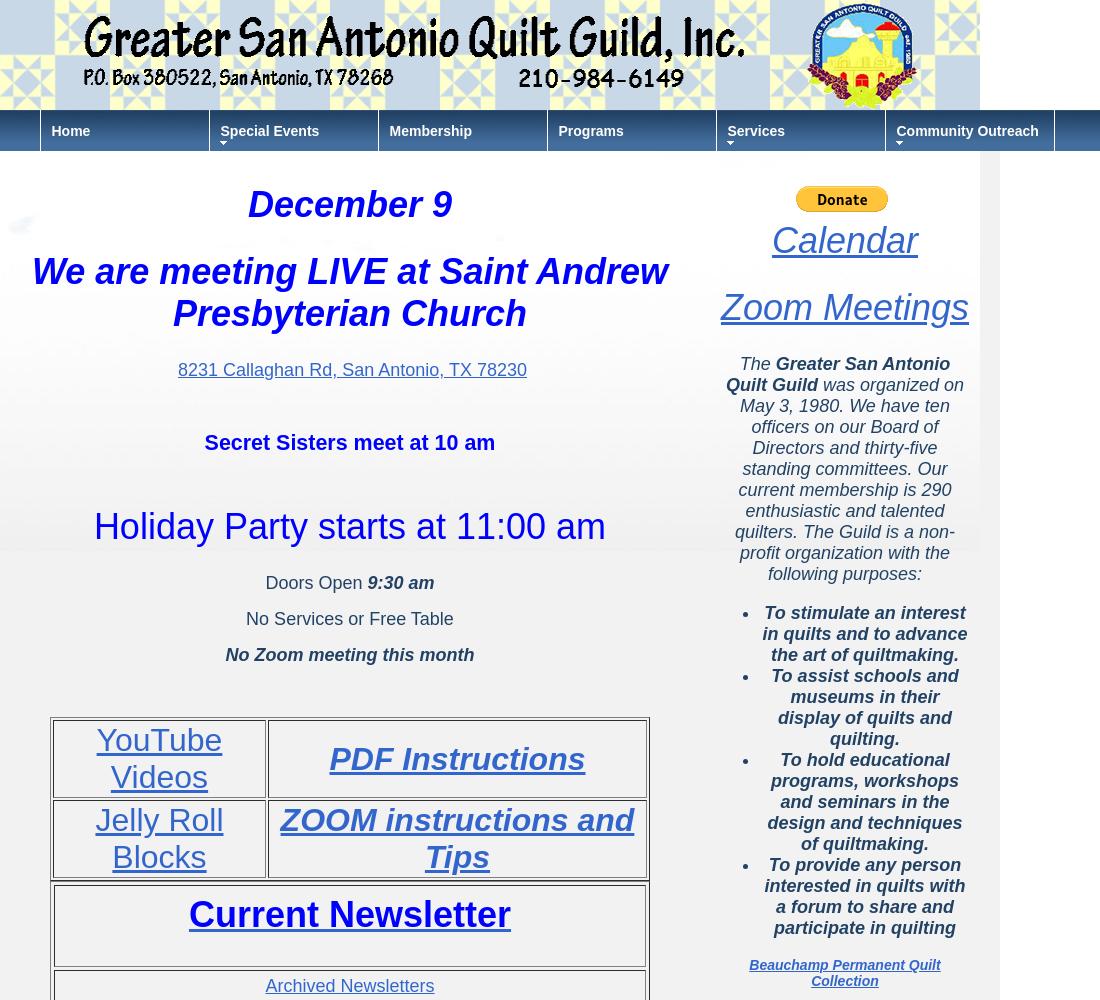 The width and height of the screenshot is (1100, 1000). What do you see at coordinates (863, 802) in the screenshot?
I see `'To hold educational programs, workshops and seminars in the design and techniques of quiltmaking.'` at bounding box center [863, 802].